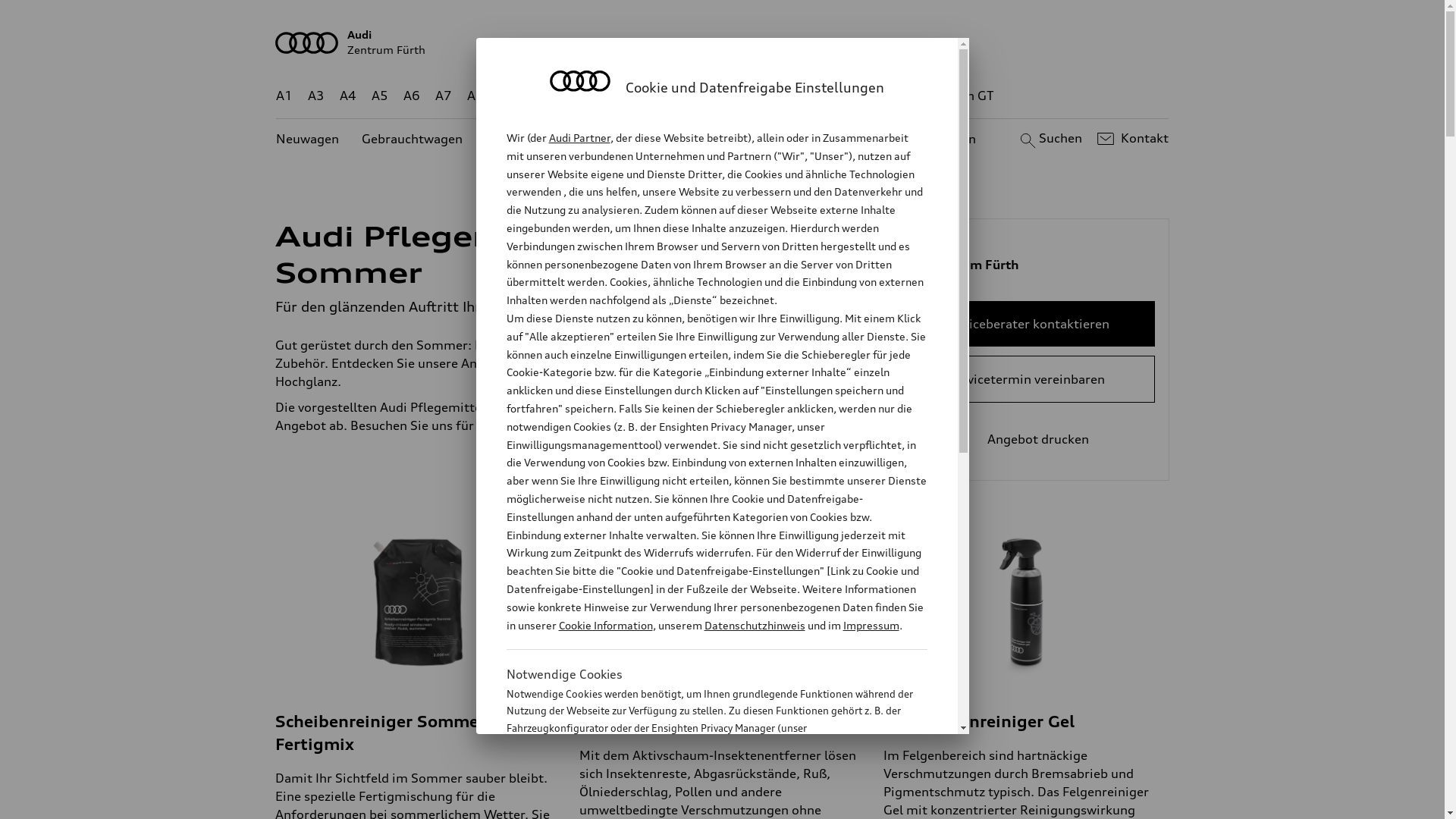  What do you see at coordinates (548, 137) in the screenshot?
I see `'Audi Partner'` at bounding box center [548, 137].